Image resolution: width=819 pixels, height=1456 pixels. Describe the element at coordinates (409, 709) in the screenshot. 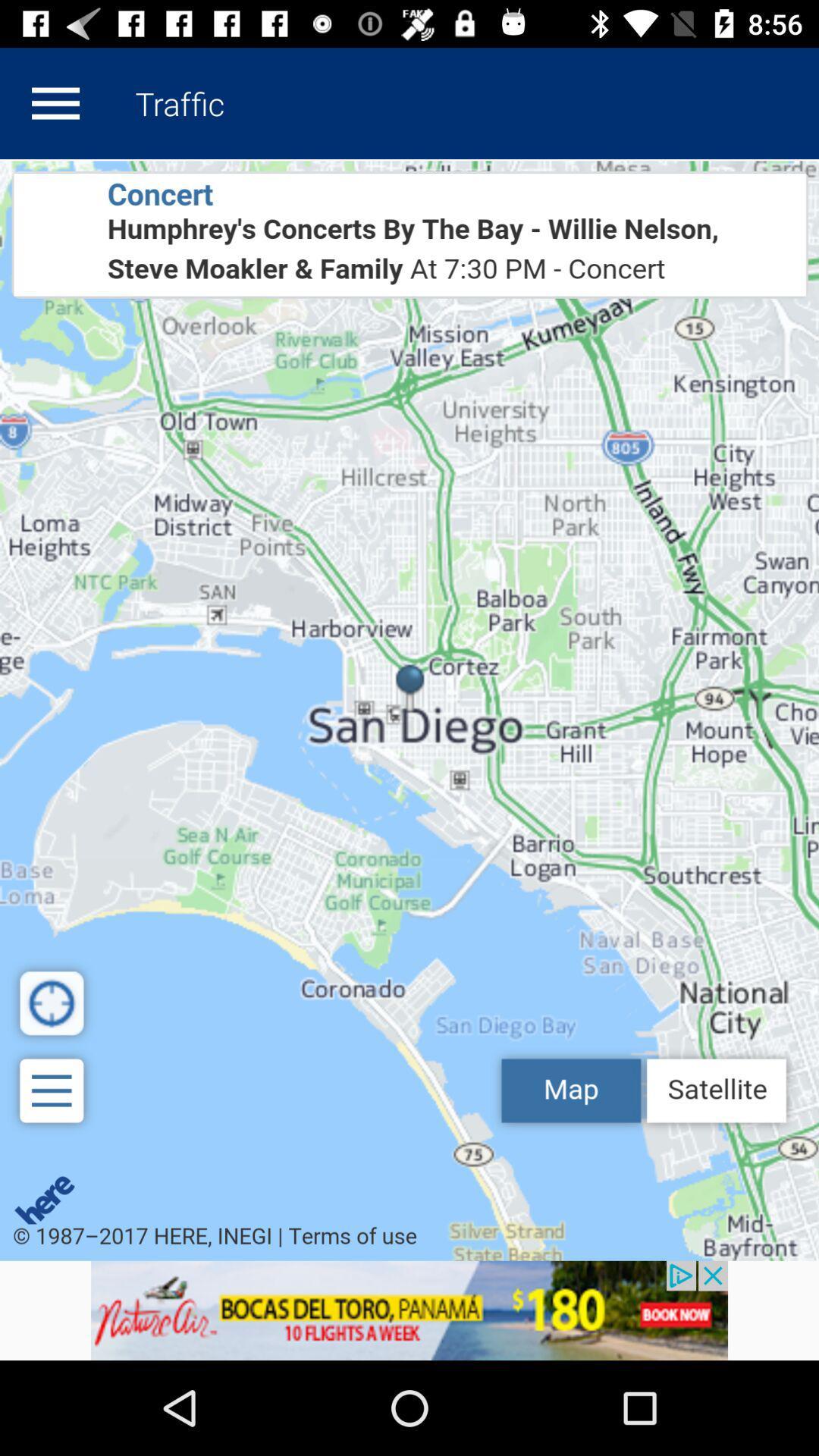

I see `view all` at that location.